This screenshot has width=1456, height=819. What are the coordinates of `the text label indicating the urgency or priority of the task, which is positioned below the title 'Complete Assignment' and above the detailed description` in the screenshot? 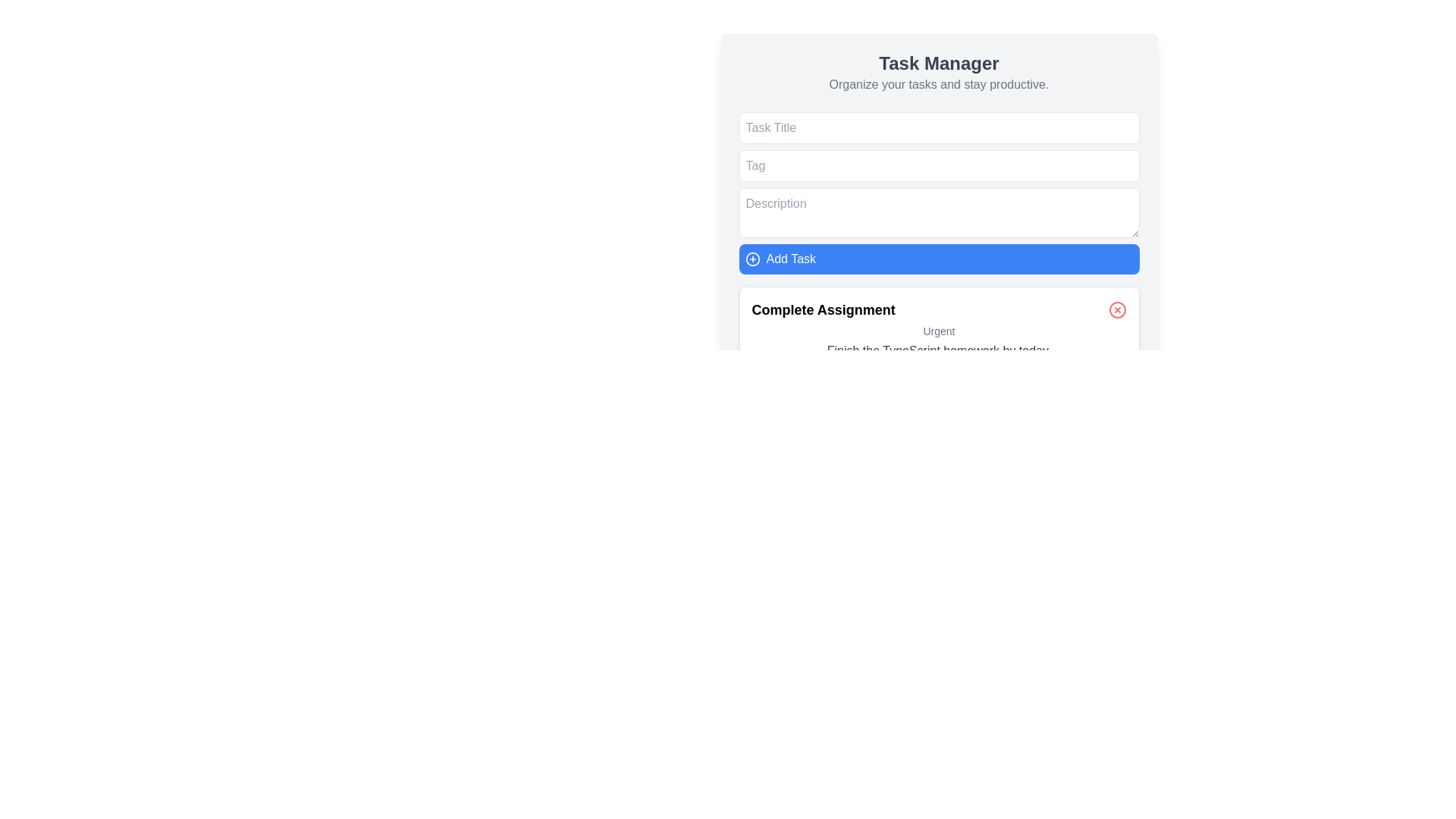 It's located at (938, 330).